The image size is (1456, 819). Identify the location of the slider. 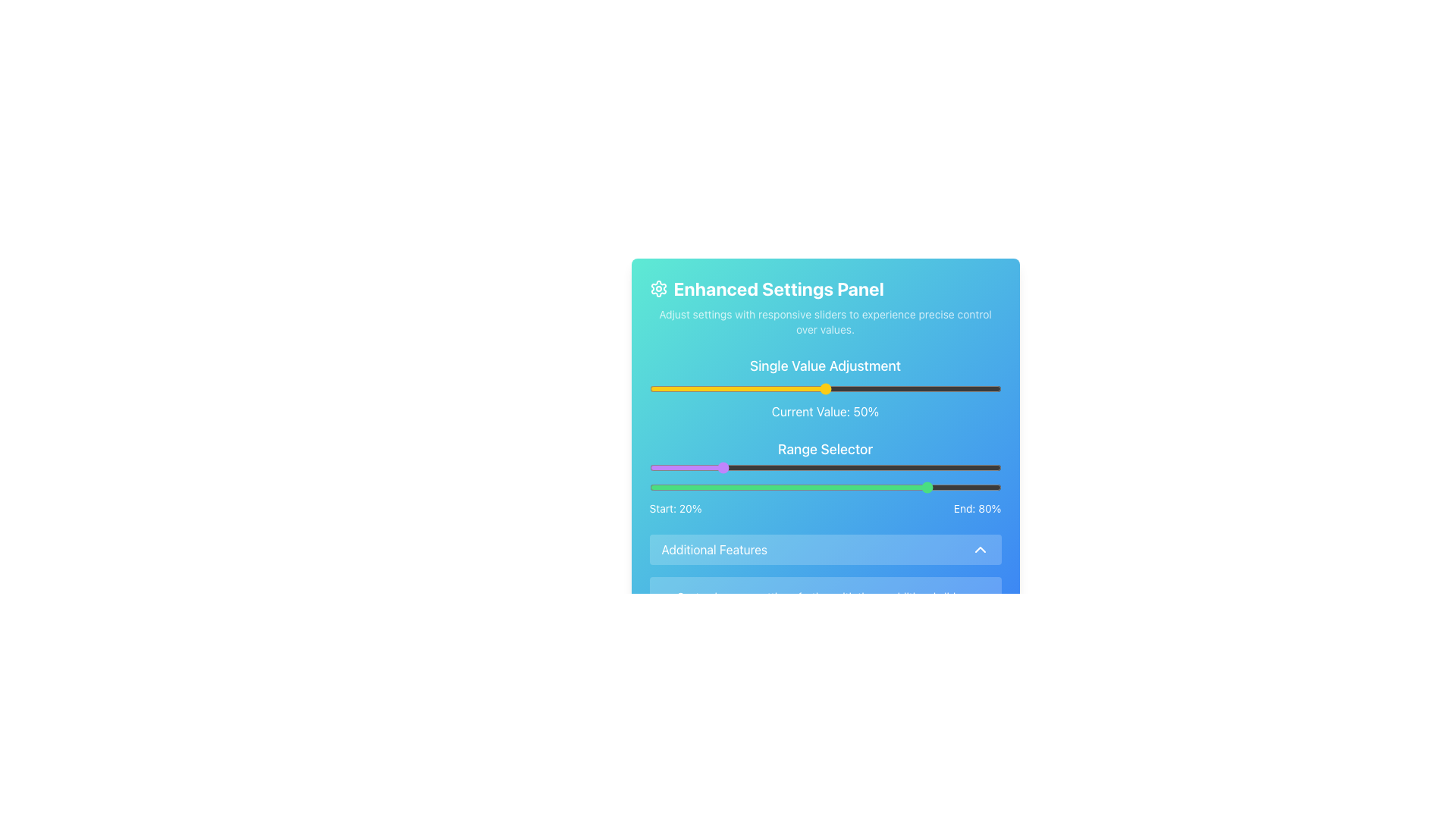
(687, 388).